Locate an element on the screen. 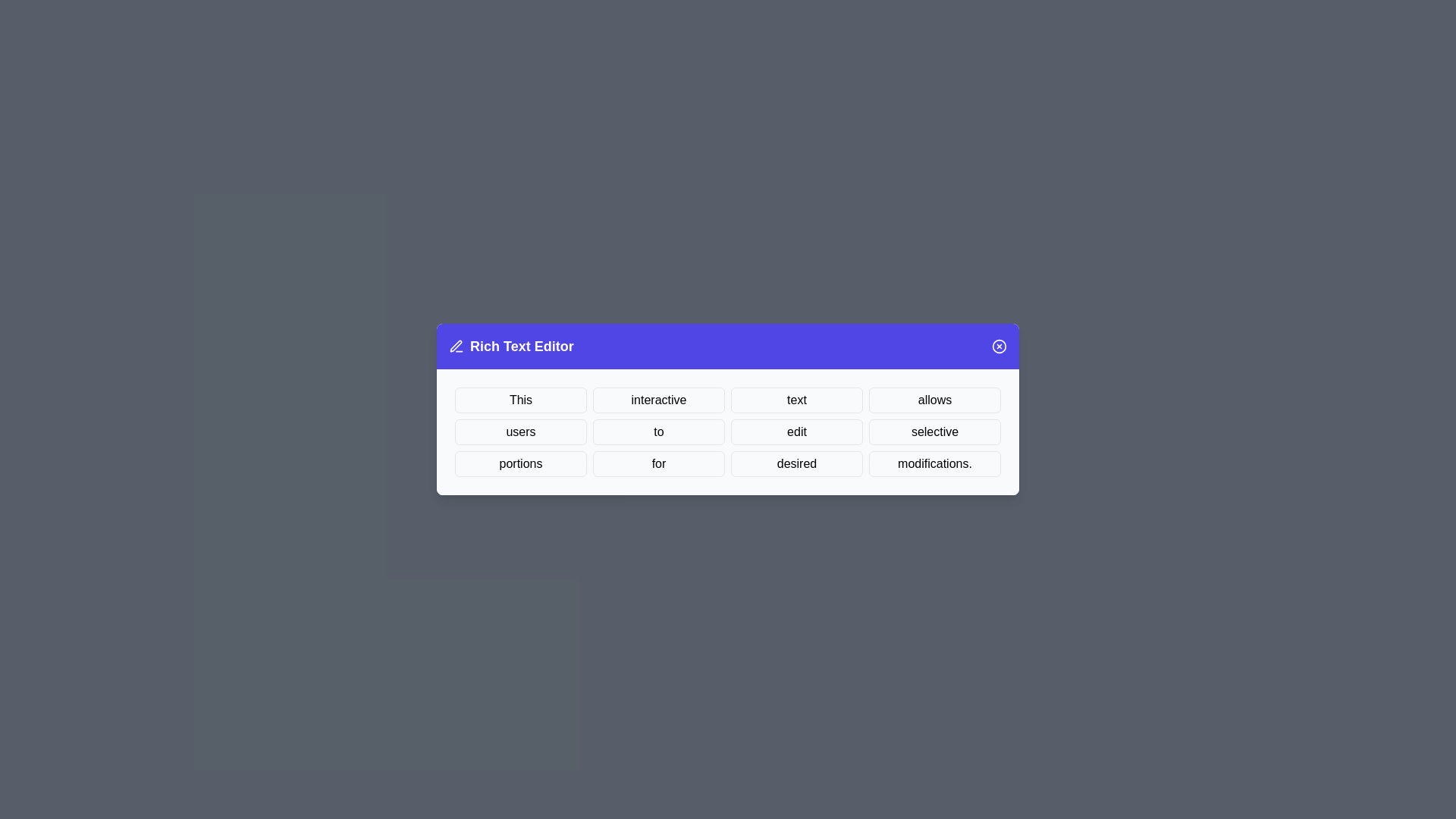  the word This to select it is located at coordinates (520, 400).